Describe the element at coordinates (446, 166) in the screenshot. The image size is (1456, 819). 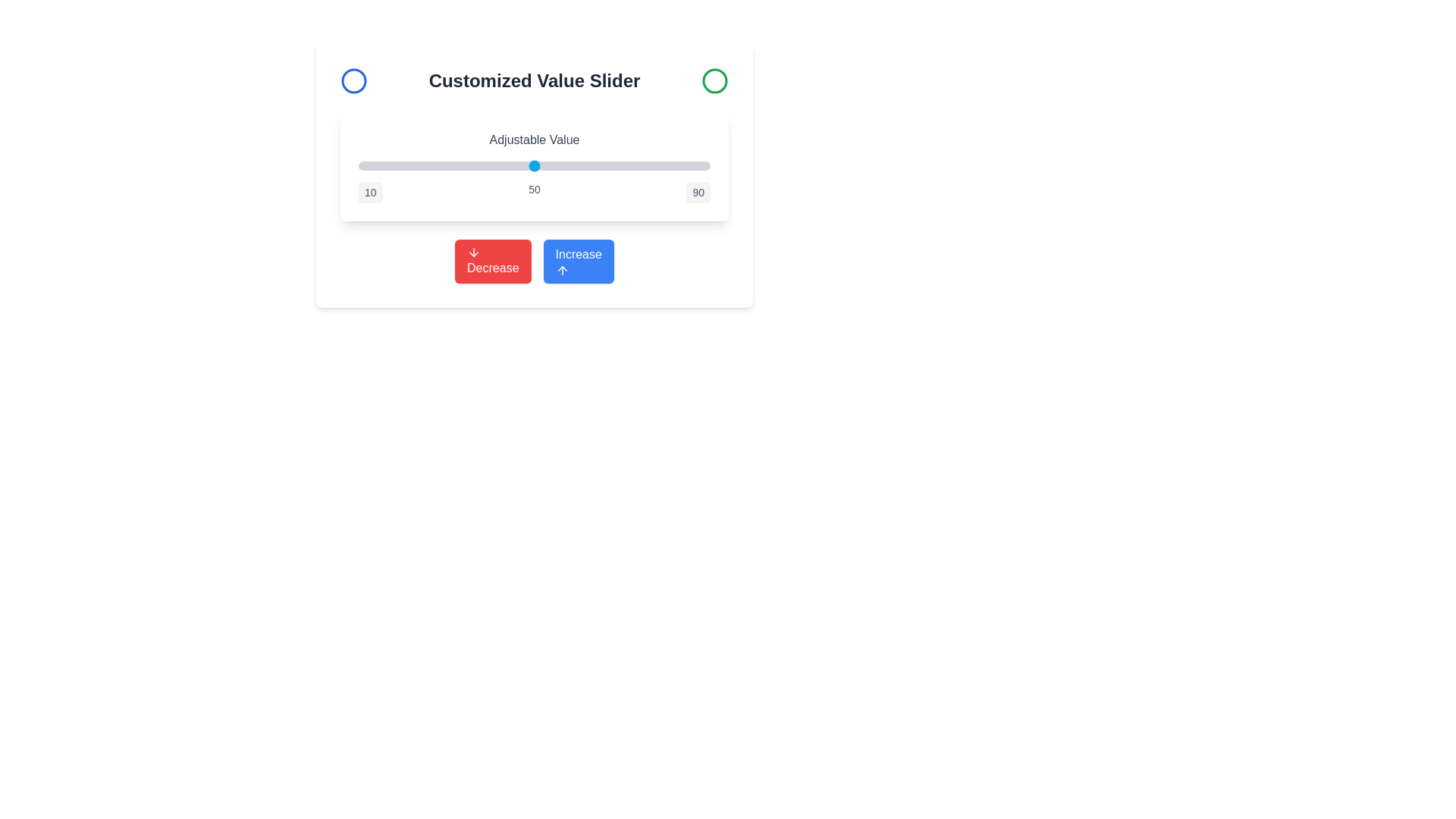
I see `the slider value` at that location.